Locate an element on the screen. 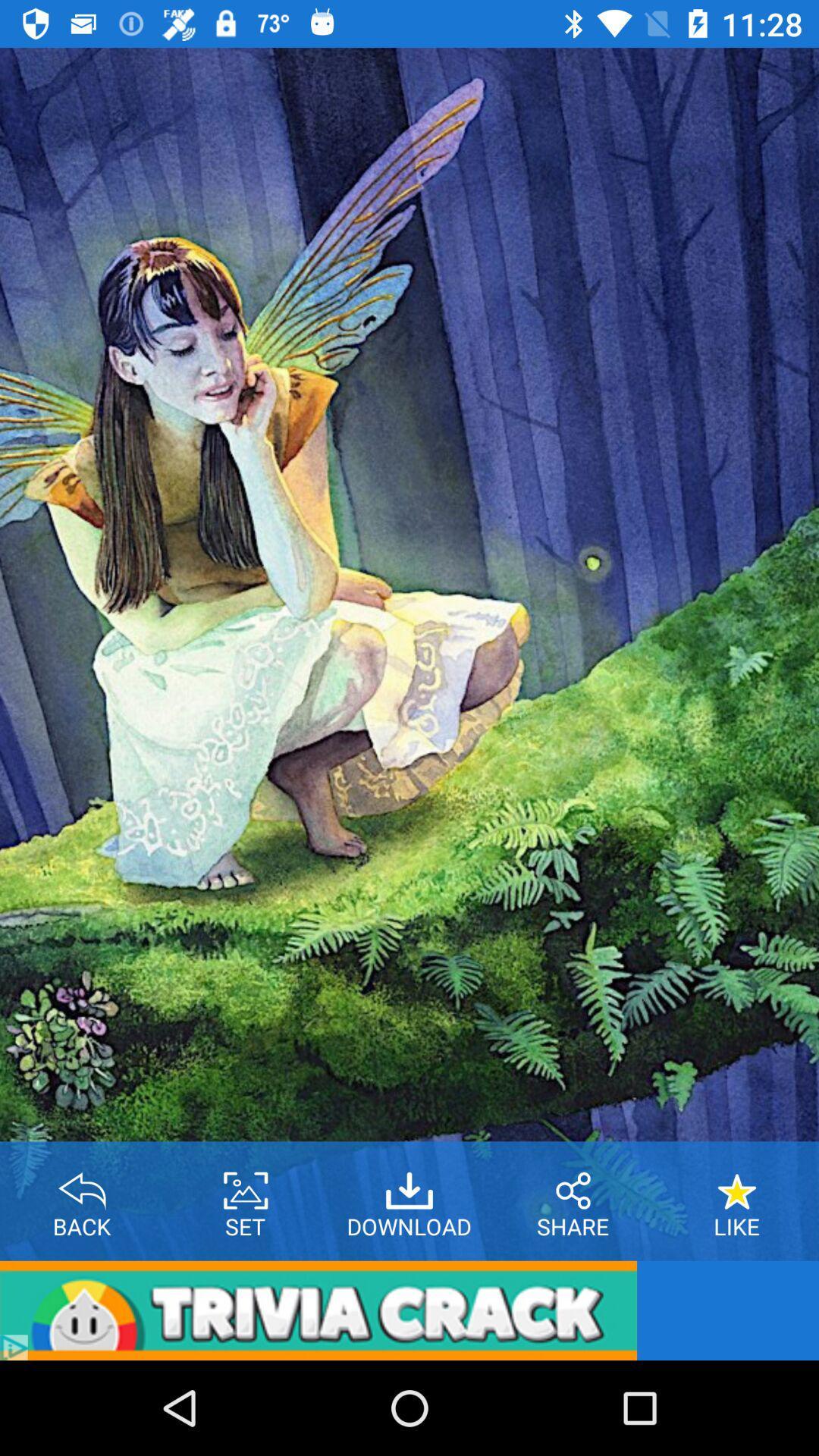  open trivia crack is located at coordinates (318, 1310).